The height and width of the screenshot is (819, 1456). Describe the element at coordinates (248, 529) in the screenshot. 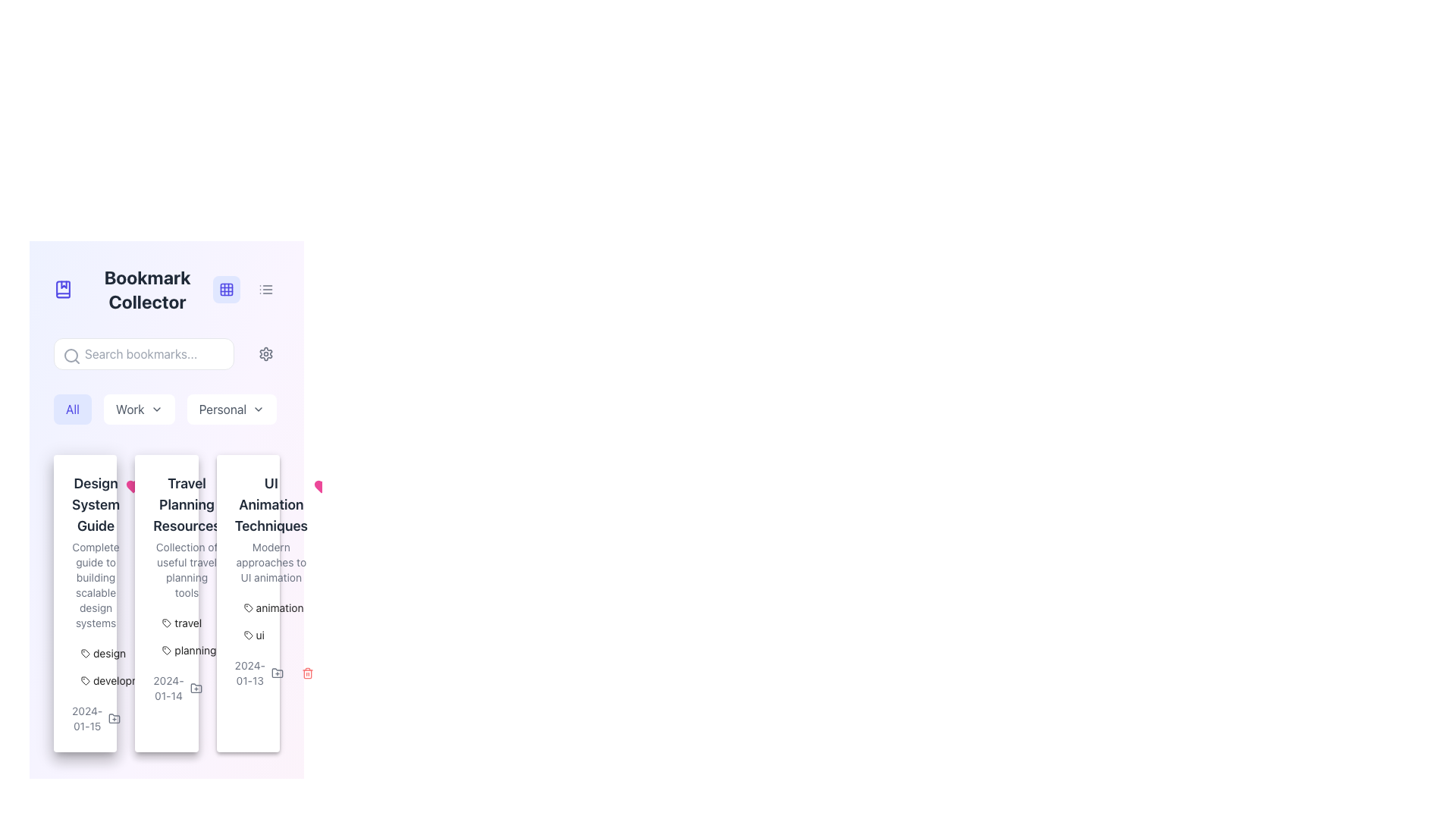

I see `title and subtitle text of the card item displaying 'UI Animation Techniques', located in the middle column of a three-column layout` at that location.